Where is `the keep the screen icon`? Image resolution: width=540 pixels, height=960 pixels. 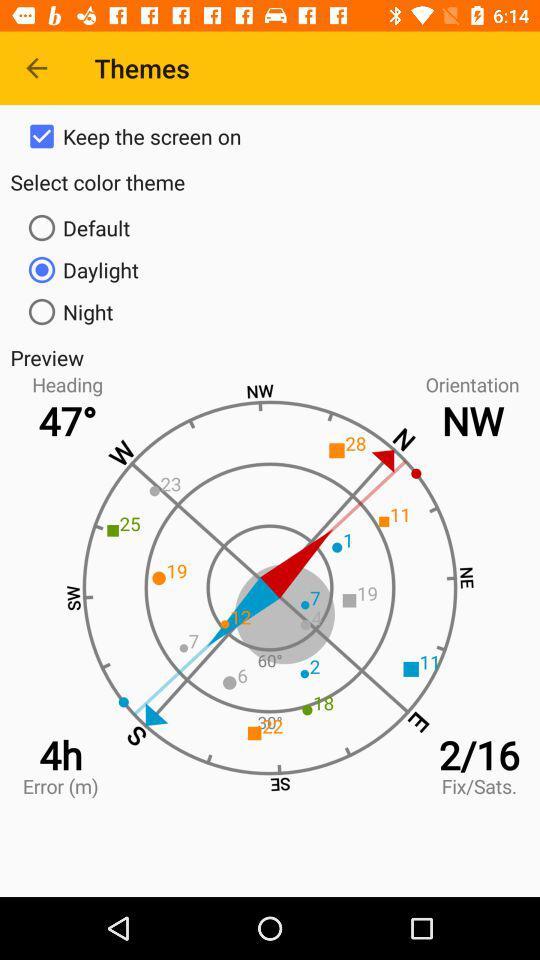 the keep the screen icon is located at coordinates (270, 135).